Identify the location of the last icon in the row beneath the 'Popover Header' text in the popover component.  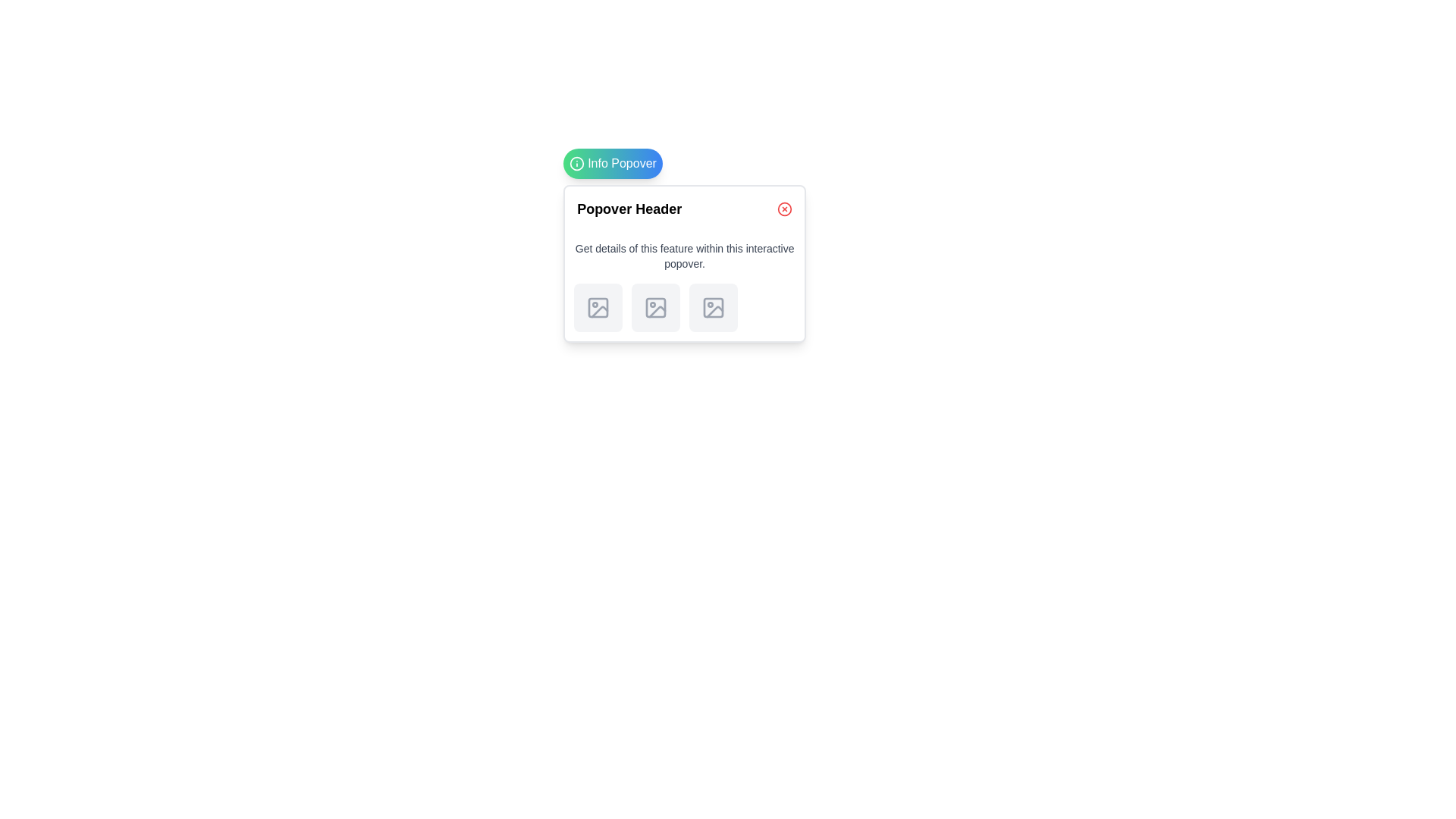
(714, 311).